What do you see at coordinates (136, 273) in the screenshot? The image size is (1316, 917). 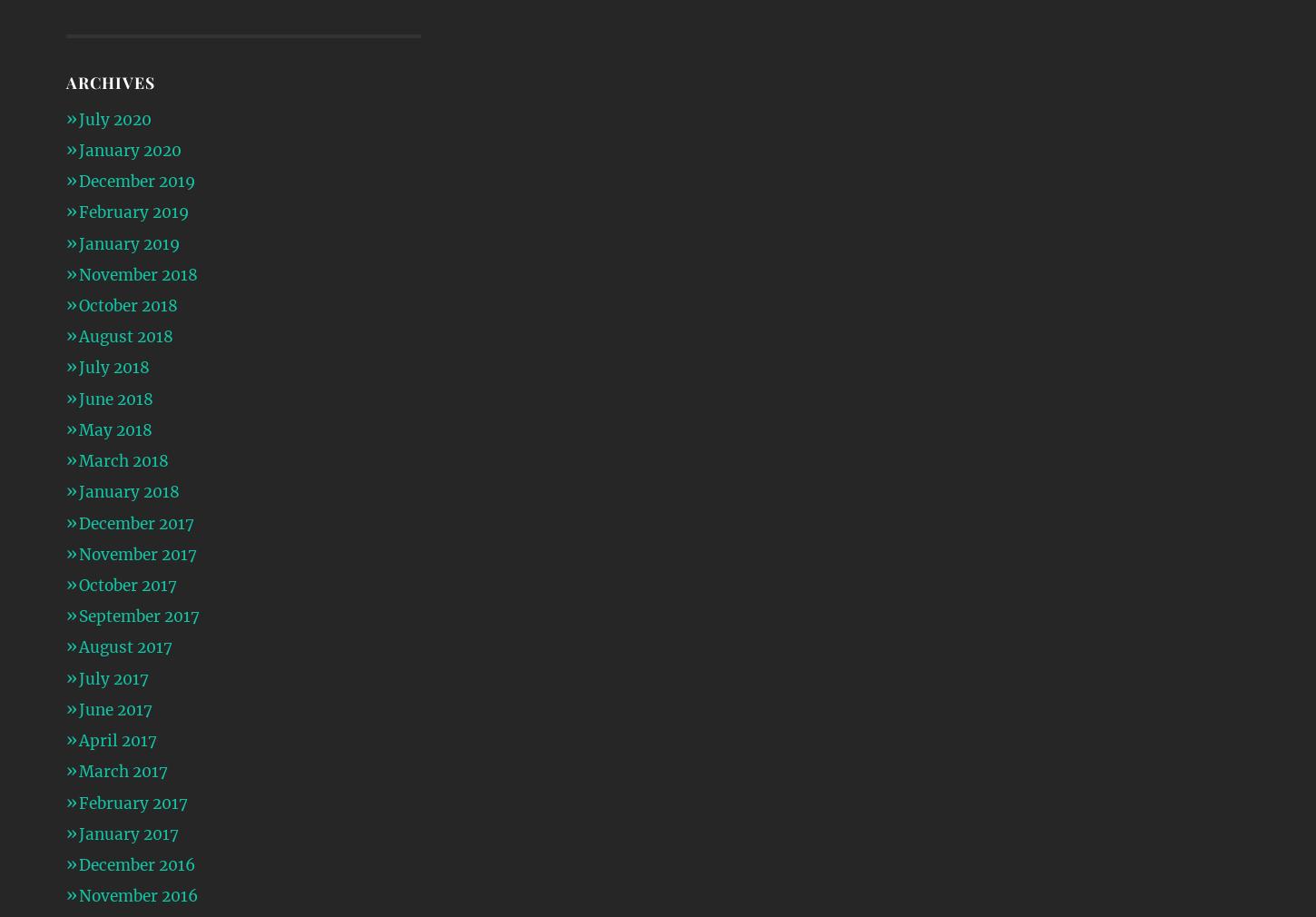 I see `'November 2018'` at bounding box center [136, 273].